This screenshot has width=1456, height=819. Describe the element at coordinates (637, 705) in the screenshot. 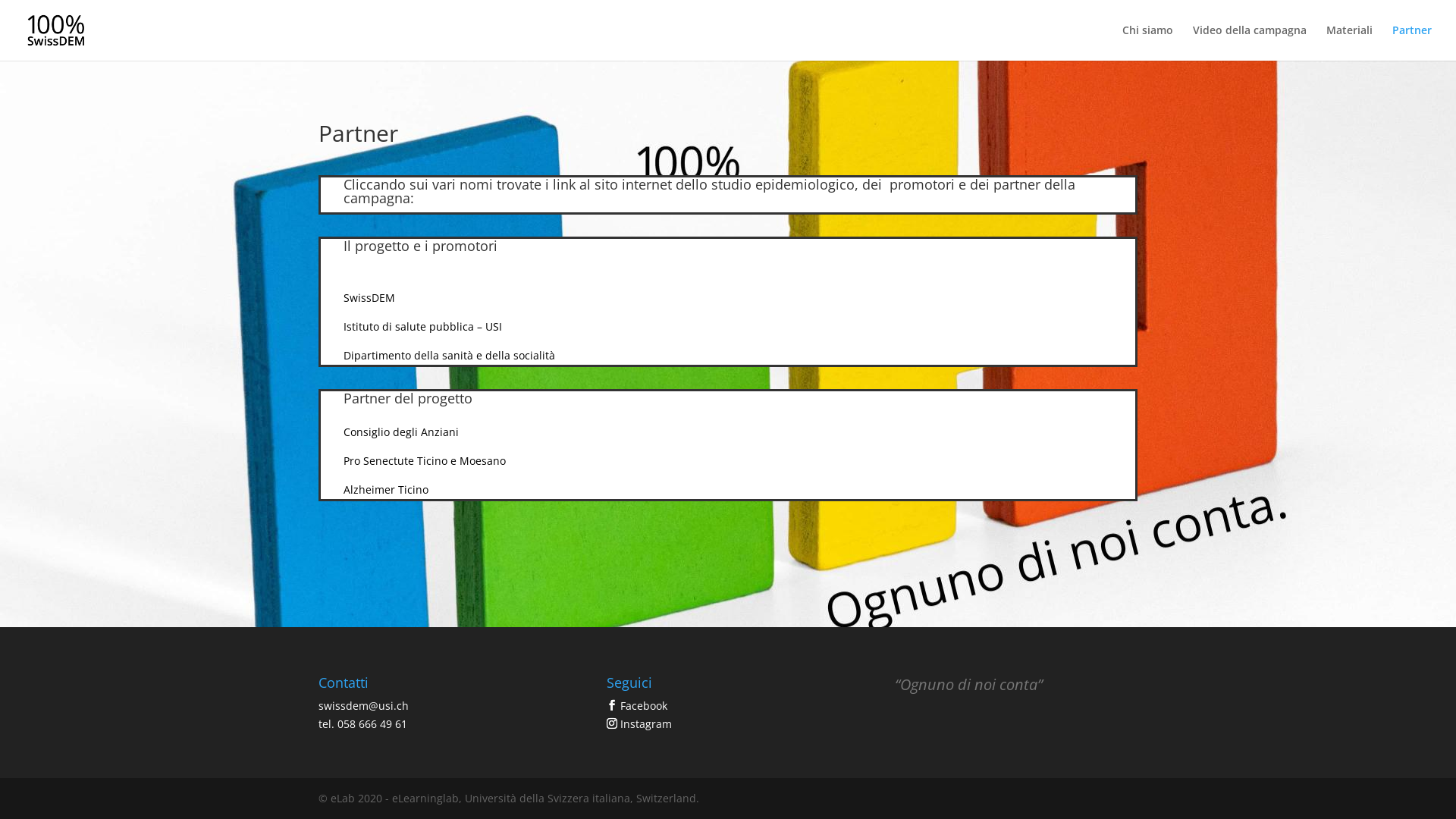

I see `'Facebook'` at that location.